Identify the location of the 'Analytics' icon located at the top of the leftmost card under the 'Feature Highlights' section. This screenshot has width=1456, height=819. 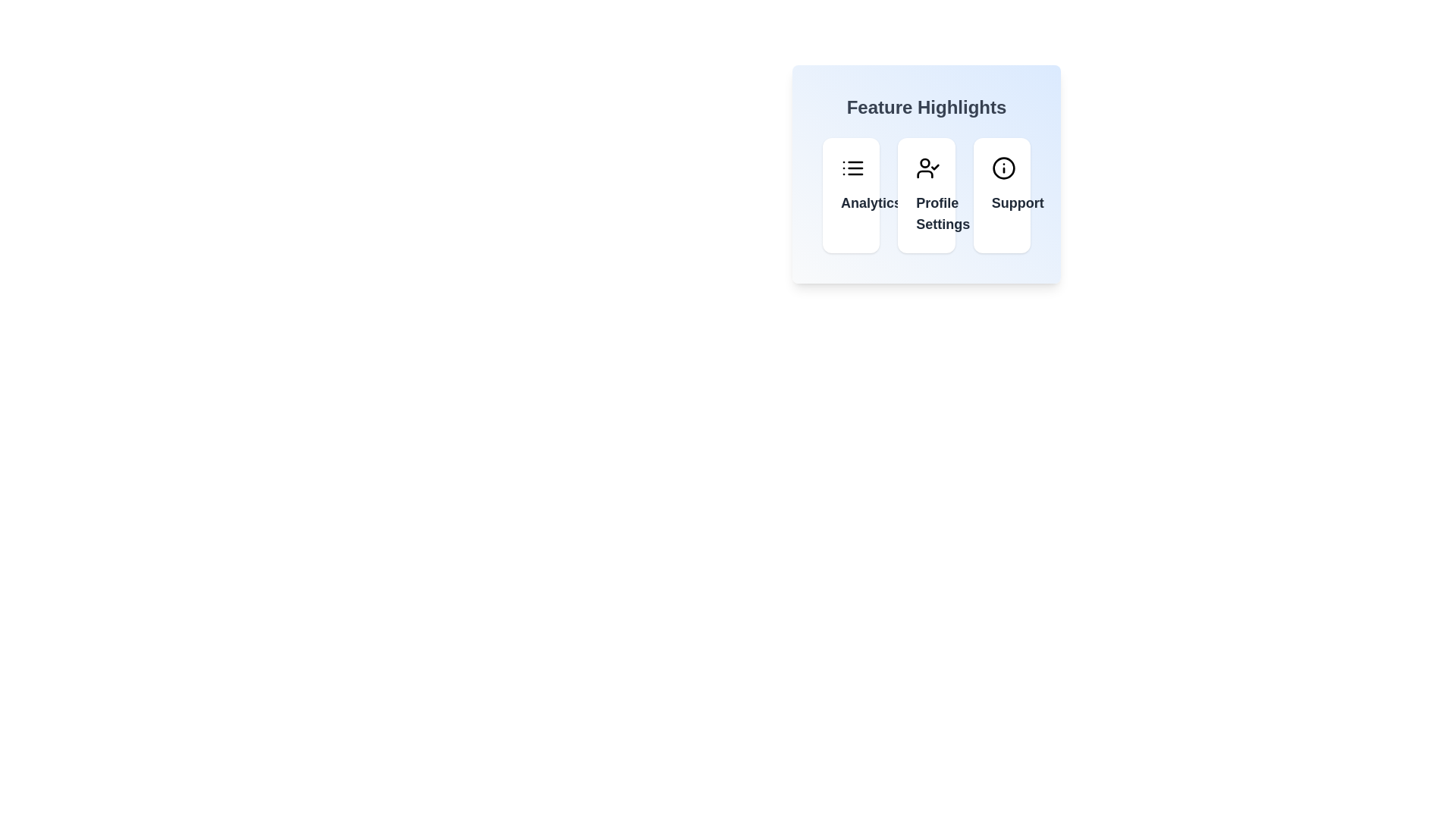
(852, 168).